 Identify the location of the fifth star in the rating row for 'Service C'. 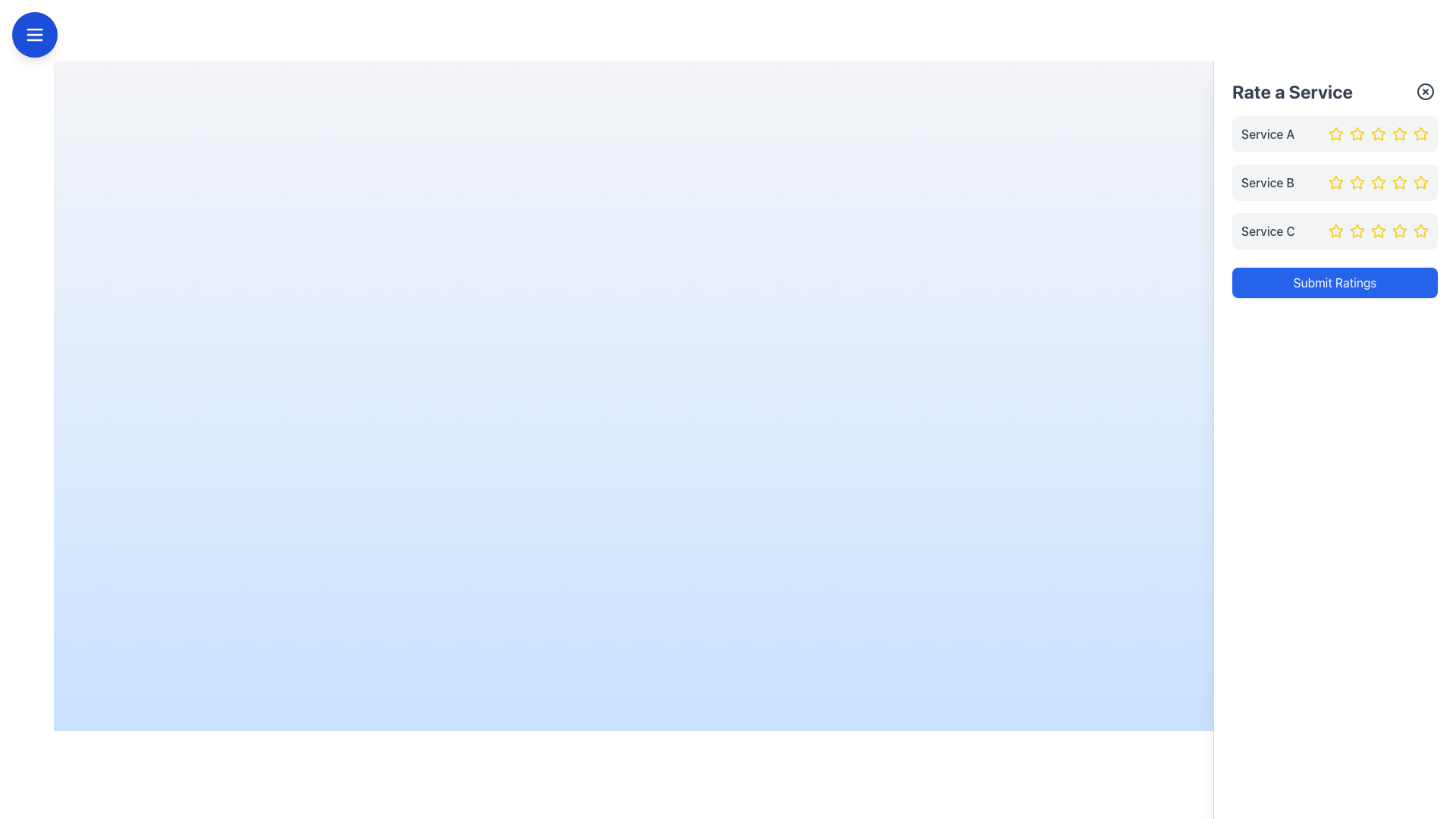
(1399, 231).